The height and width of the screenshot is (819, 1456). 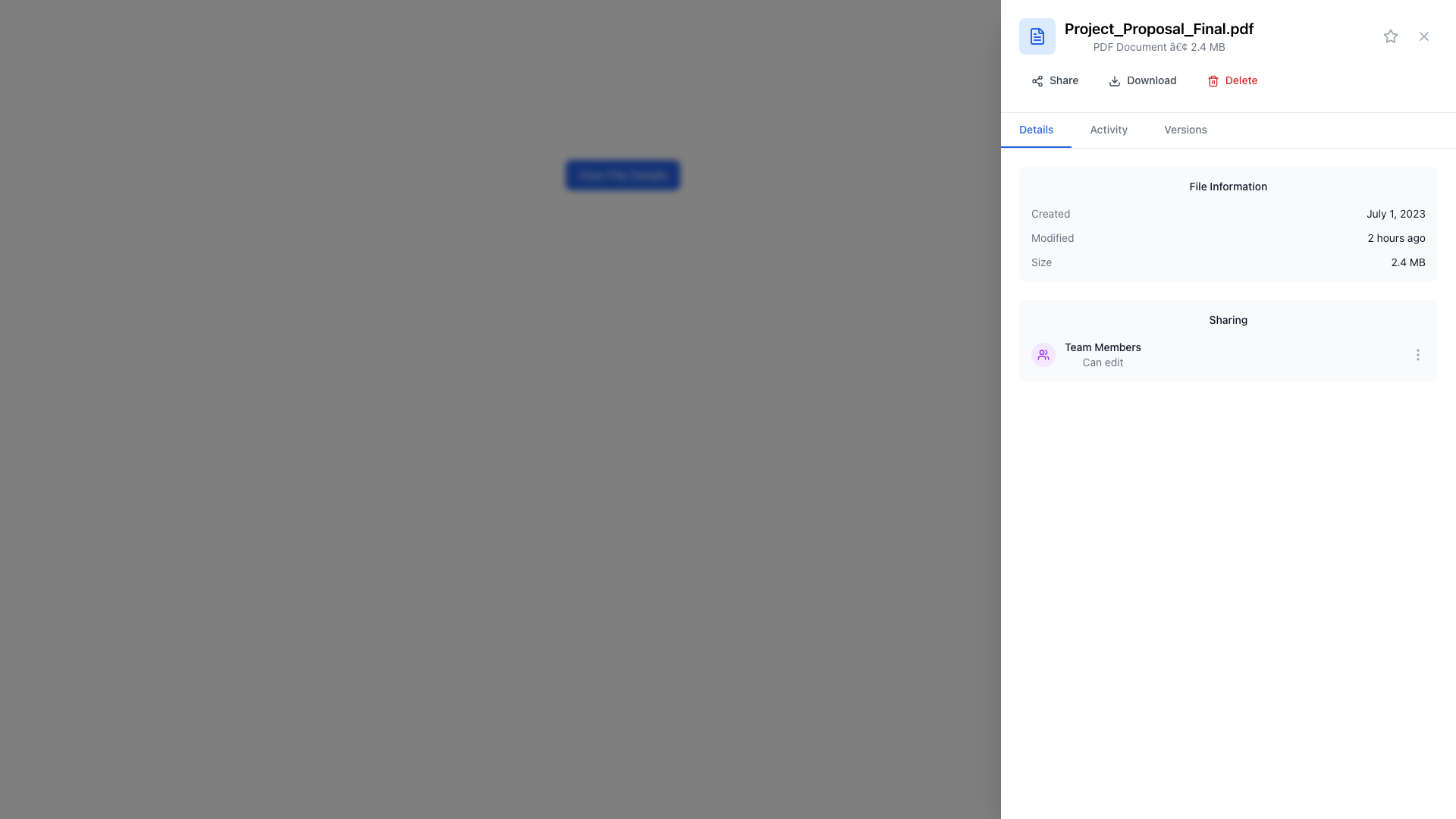 I want to click on the 'Details' tab selector button located in the top right section of the interface, which is the first of three sibling elements, so click(x=1035, y=130).